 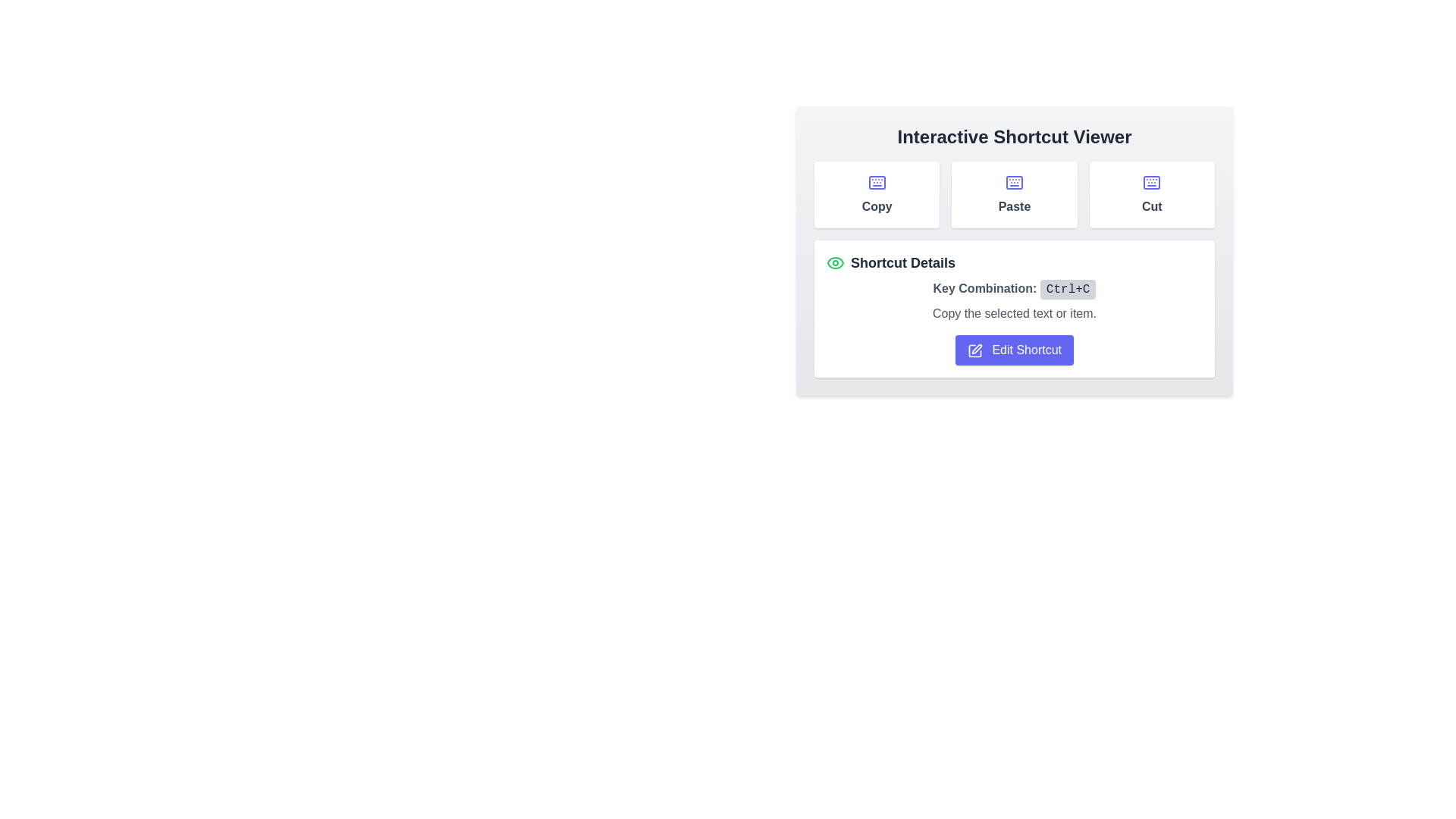 I want to click on the 'Edit Shortcut' button, which is a rectangular button with a blue background and white text, located in the bottom section of a panel, so click(x=1015, y=350).